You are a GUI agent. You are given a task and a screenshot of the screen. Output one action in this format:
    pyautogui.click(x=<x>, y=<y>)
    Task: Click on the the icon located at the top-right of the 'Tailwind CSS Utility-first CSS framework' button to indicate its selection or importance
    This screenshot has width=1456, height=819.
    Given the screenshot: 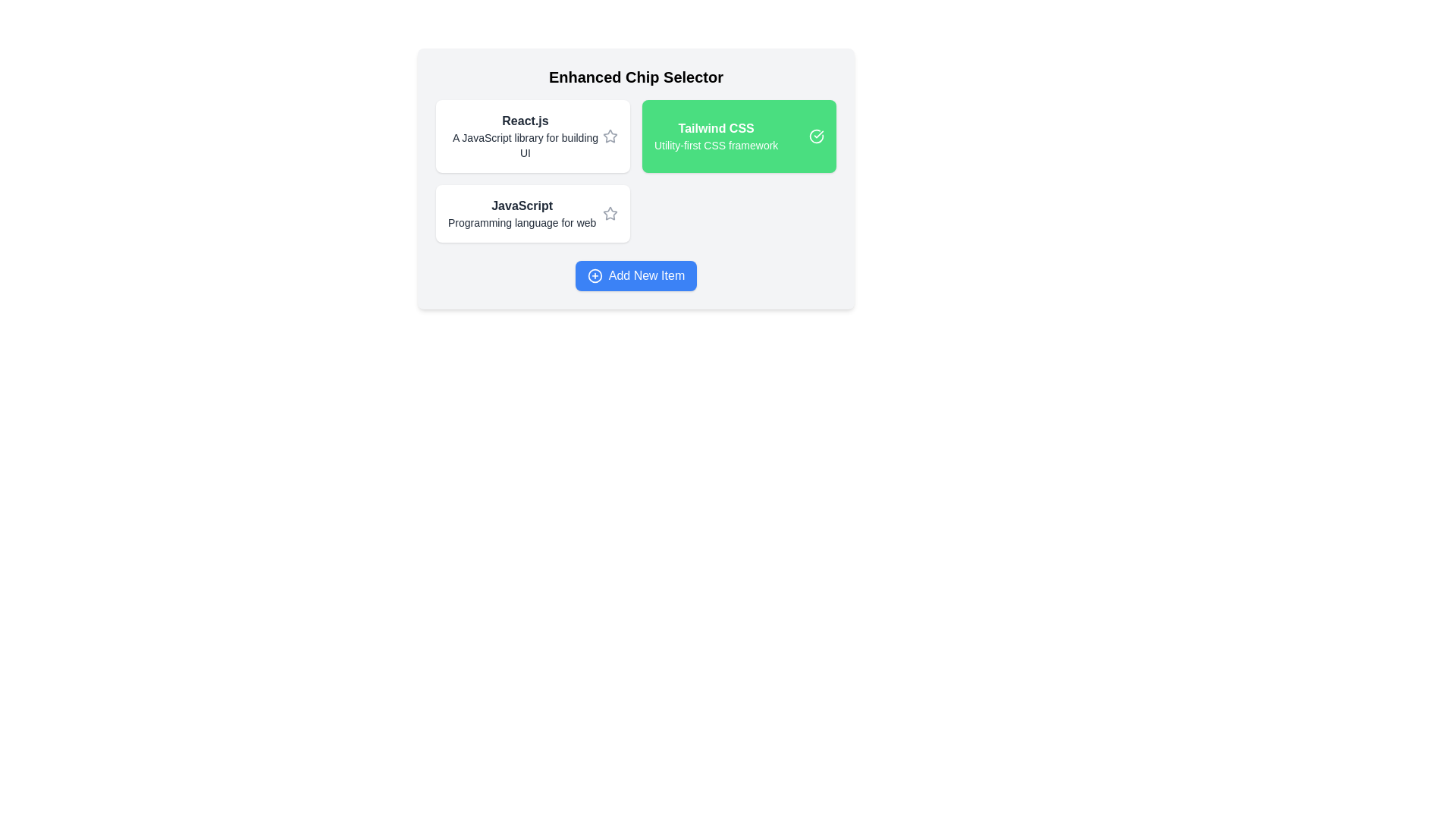 What is the action you would take?
    pyautogui.click(x=815, y=136)
    